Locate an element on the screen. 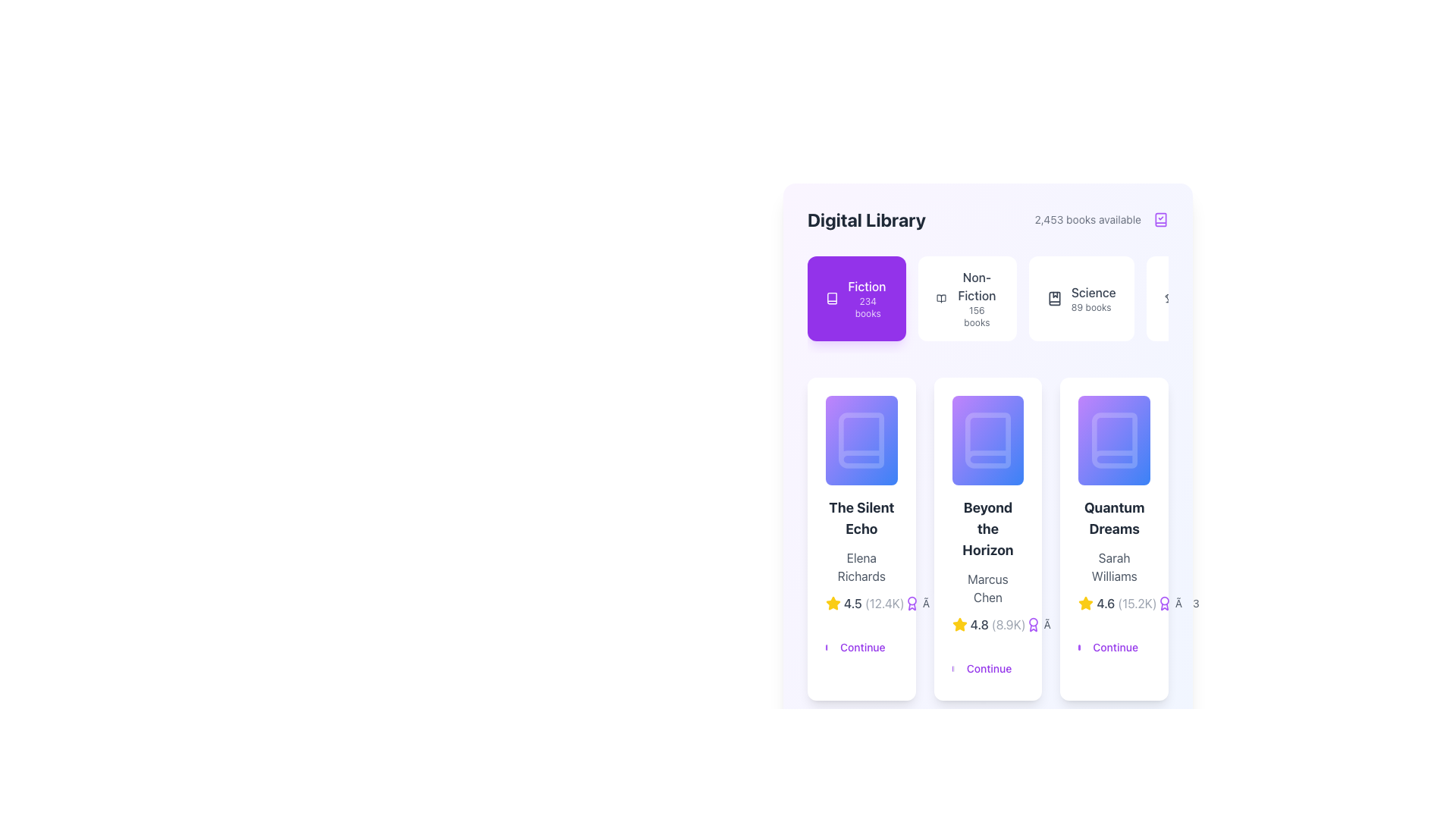  the text label displaying the number of books in the 'Non-Fiction' category, which is positioned under the heading 'Non-Fiction' in a horizontal list of book categories is located at coordinates (977, 315).